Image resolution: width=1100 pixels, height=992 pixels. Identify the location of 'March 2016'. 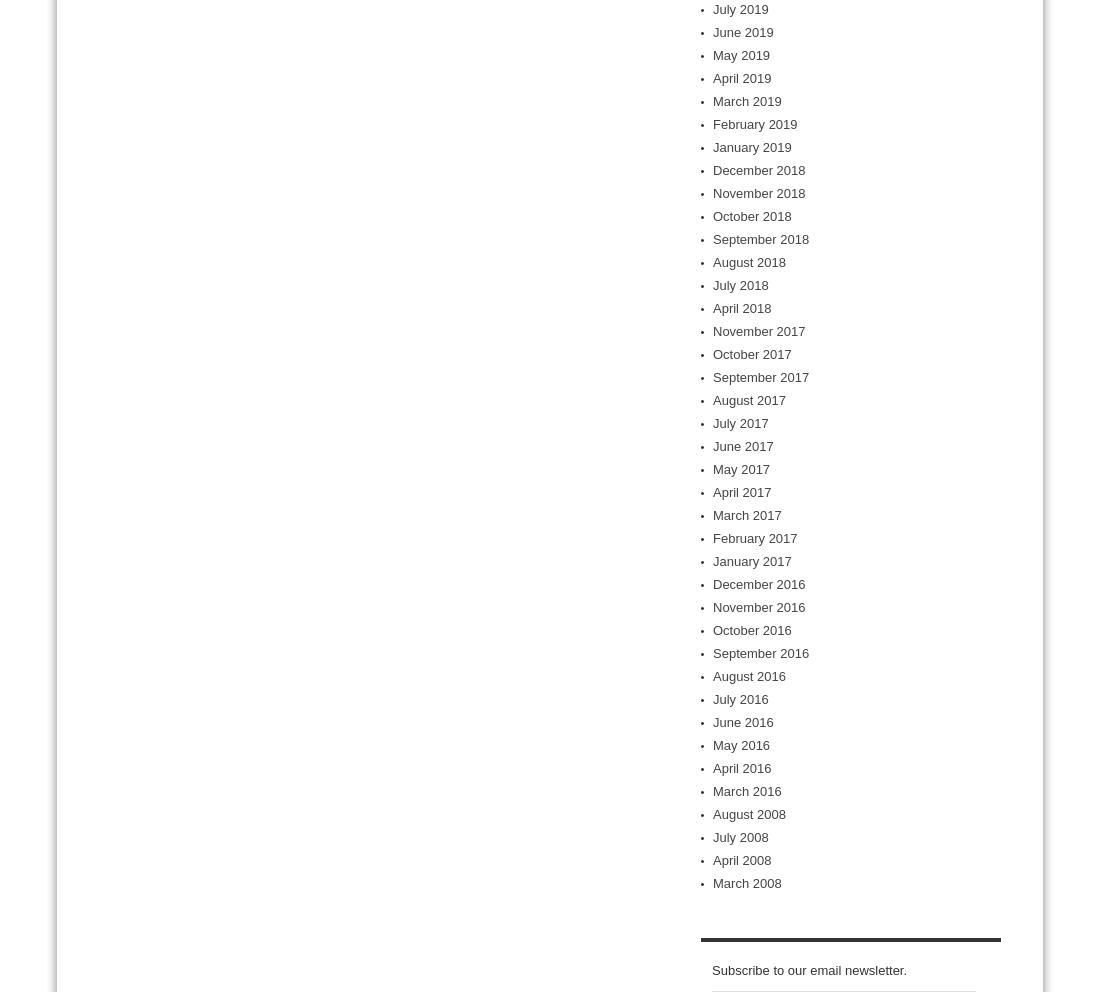
(746, 791).